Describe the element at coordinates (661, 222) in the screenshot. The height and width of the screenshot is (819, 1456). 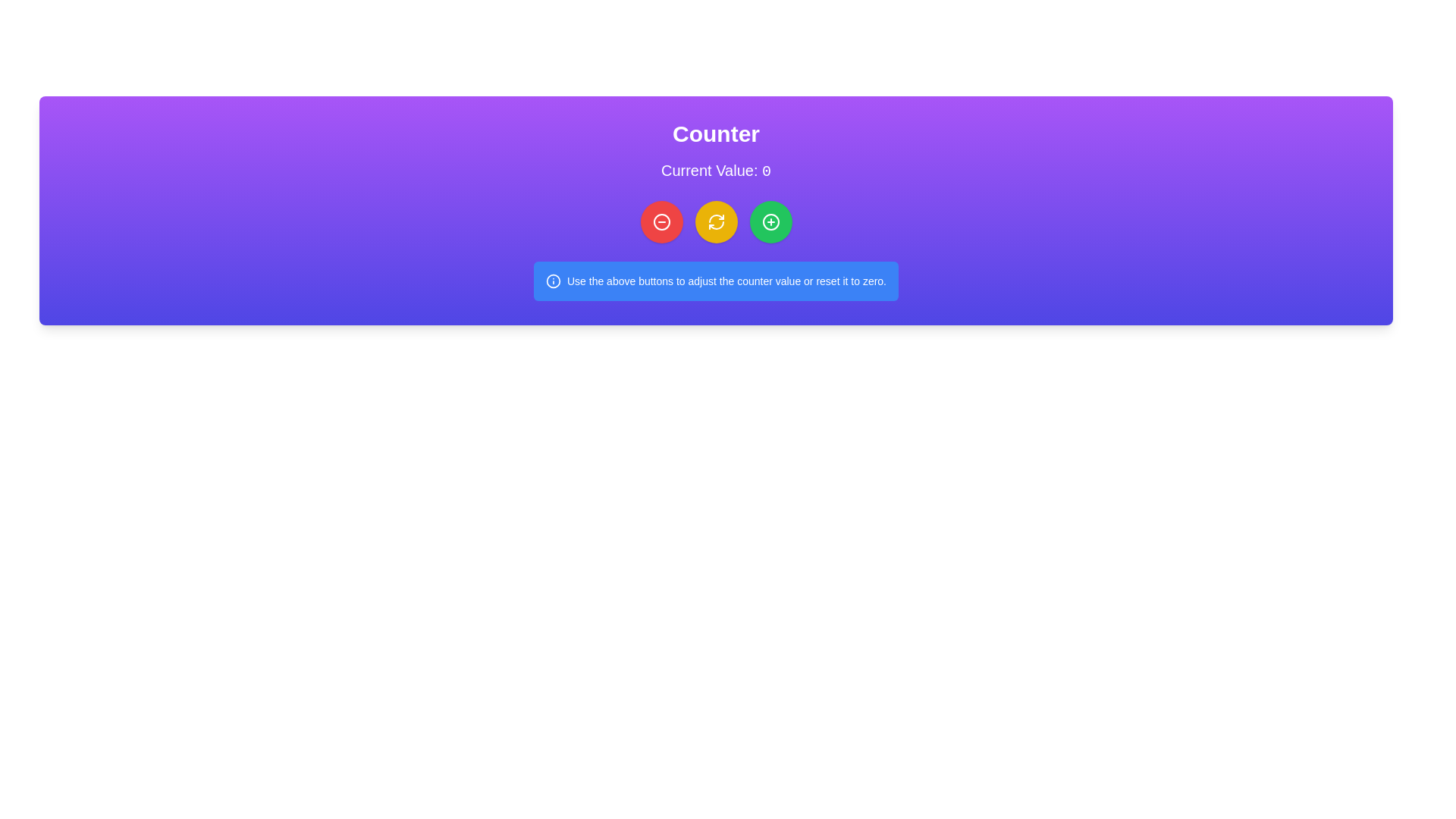
I see `the circular red button with a white minus icon to observe interactive style changes` at that location.